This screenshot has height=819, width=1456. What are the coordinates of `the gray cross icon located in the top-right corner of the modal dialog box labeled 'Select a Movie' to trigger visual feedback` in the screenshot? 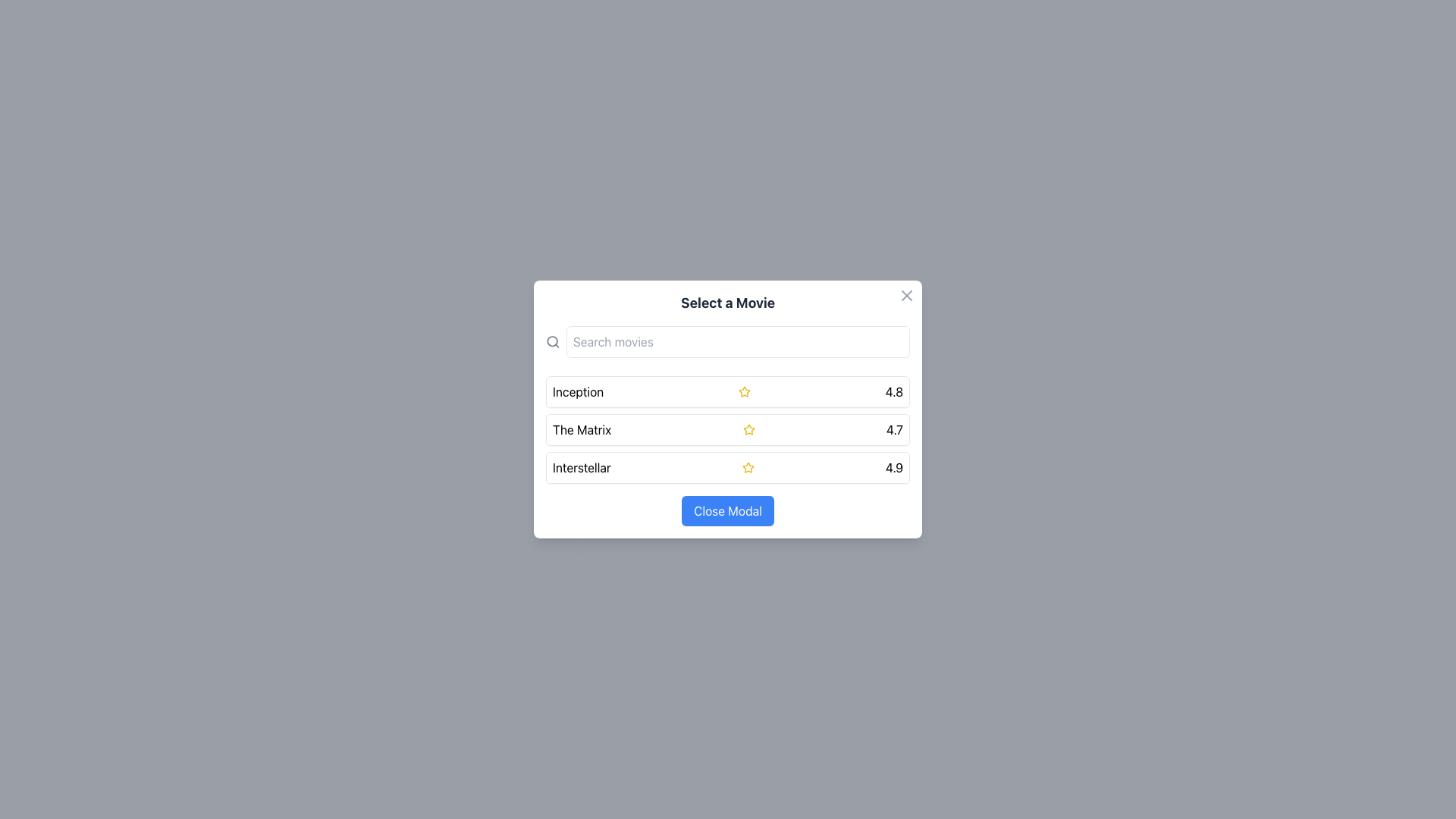 It's located at (906, 295).